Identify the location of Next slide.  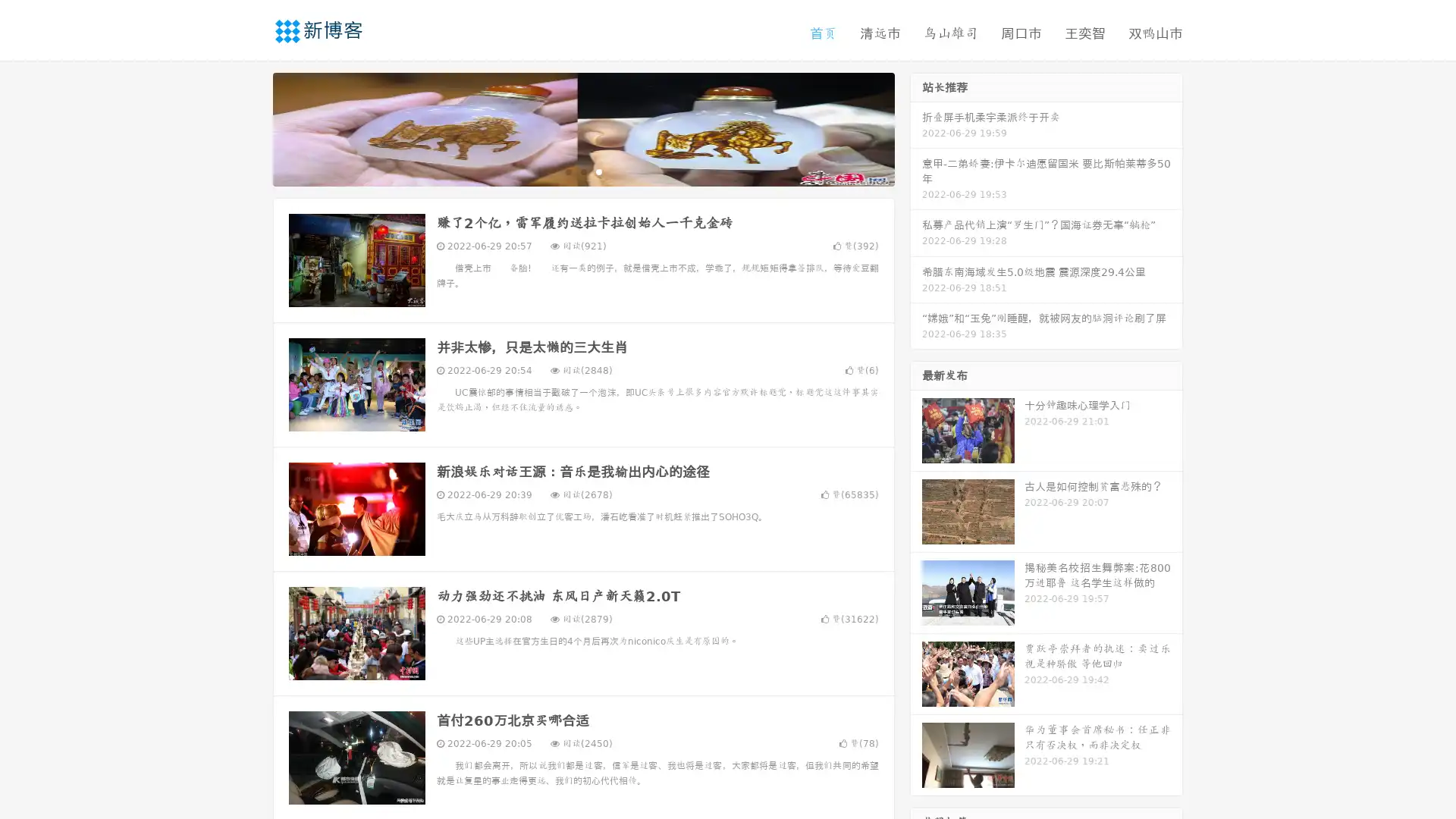
(916, 127).